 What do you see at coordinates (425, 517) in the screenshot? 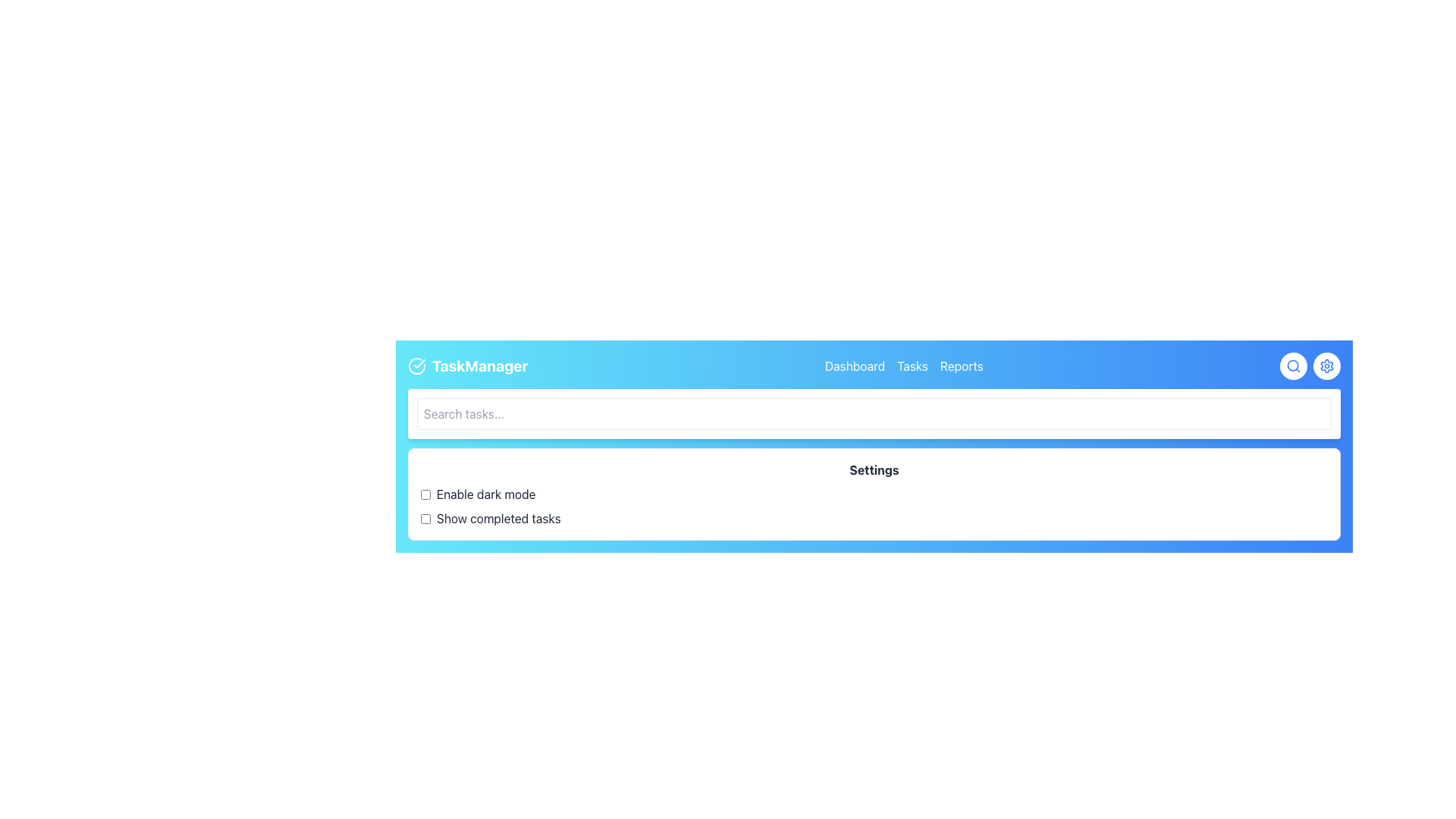
I see `the checkbox that toggles the visibility of completed tasks in the task manager` at bounding box center [425, 517].